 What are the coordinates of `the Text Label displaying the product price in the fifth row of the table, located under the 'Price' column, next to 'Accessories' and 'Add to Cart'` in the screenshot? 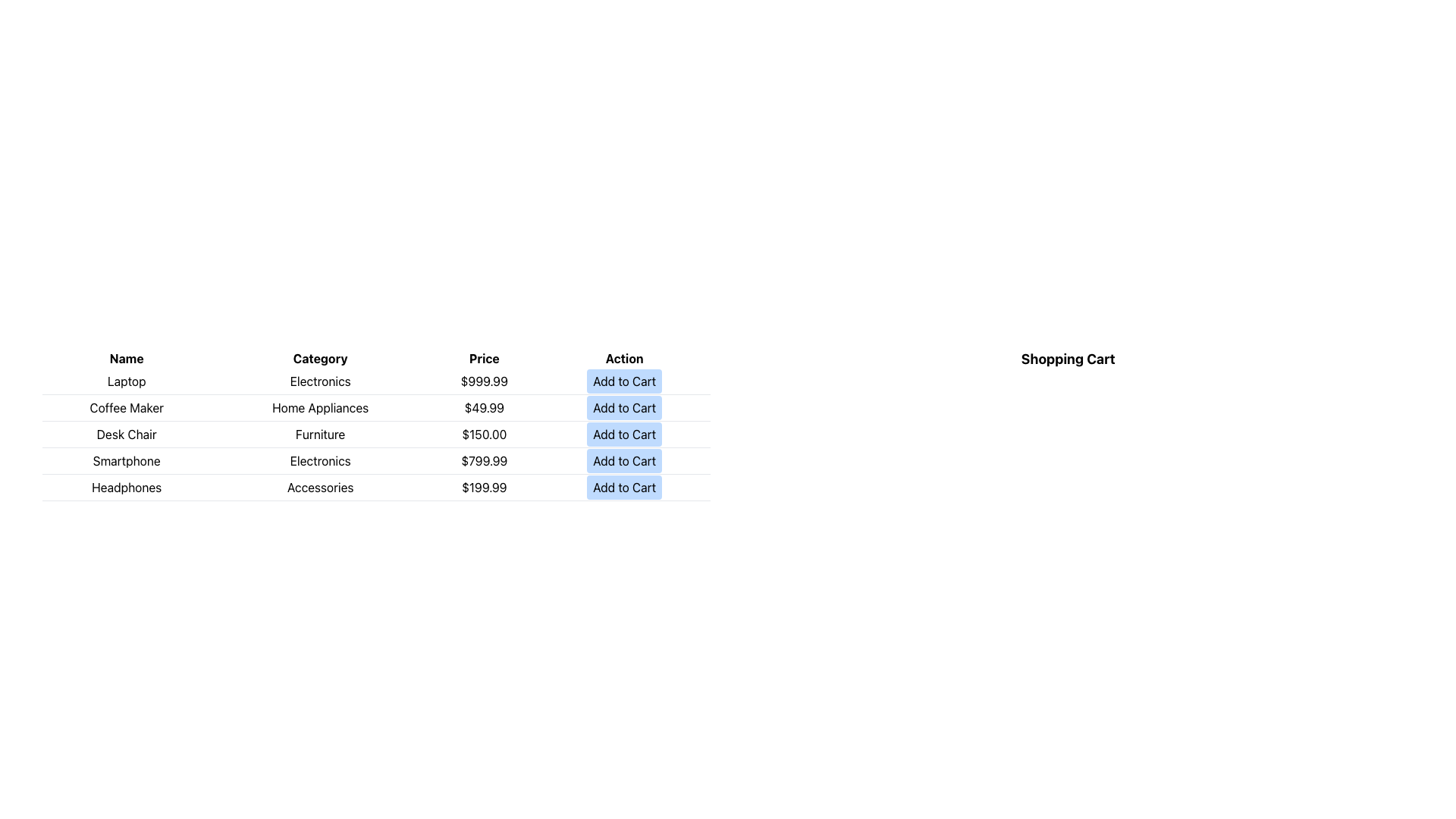 It's located at (483, 488).